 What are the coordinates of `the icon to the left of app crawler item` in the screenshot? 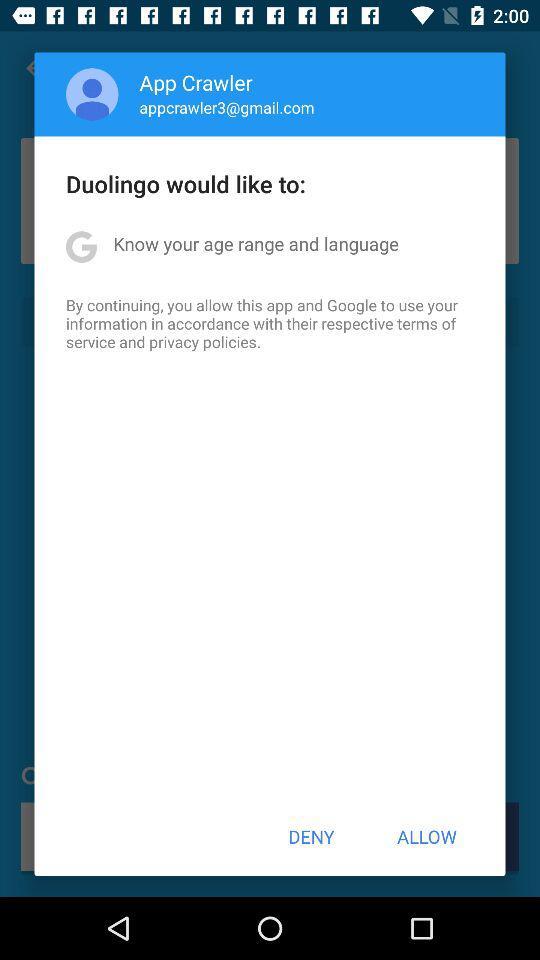 It's located at (91, 94).